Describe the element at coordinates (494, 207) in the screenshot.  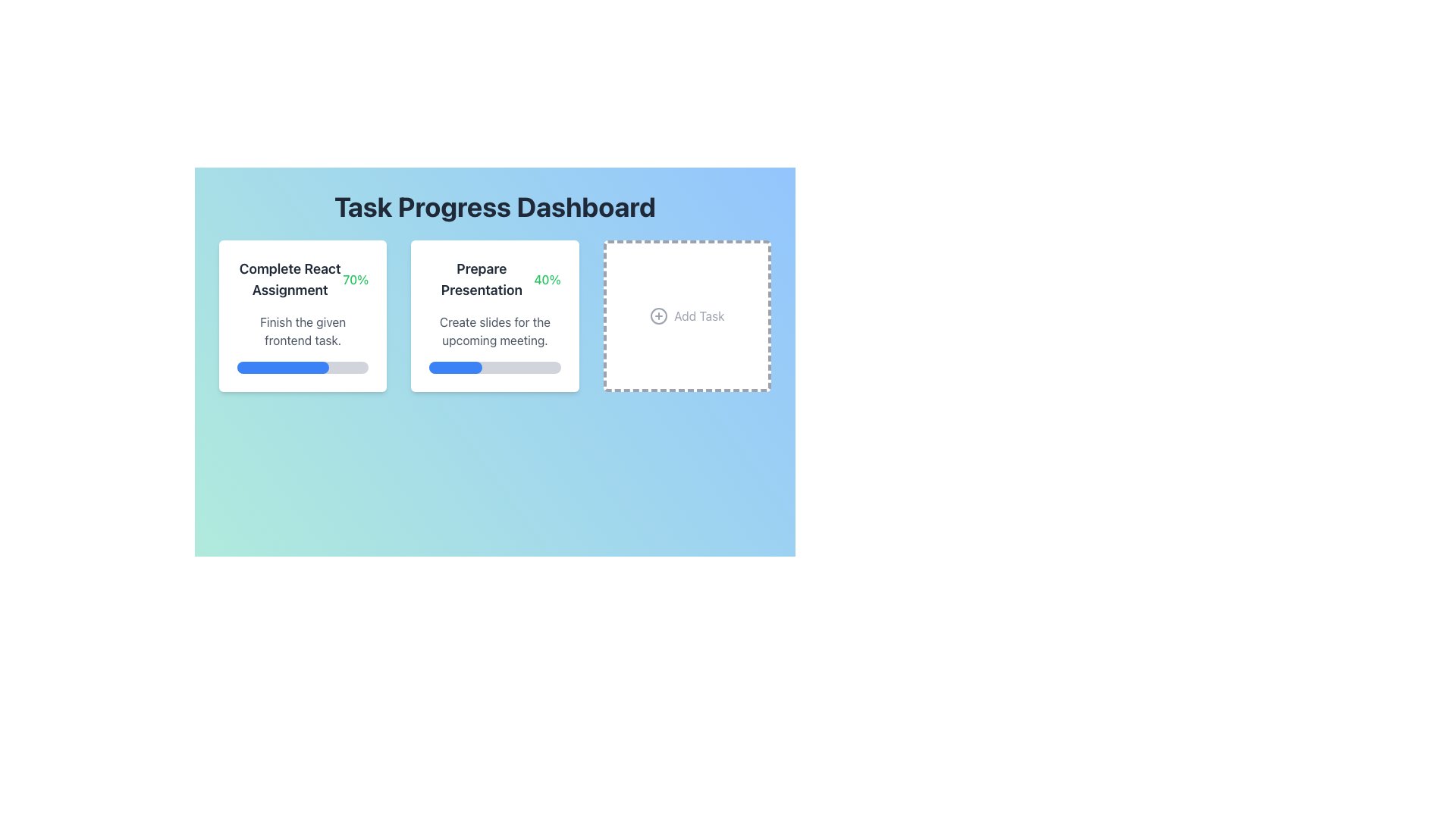
I see `text label titled 'Task Progress Dashboard', which is bold and centered at the top of the content area` at that location.